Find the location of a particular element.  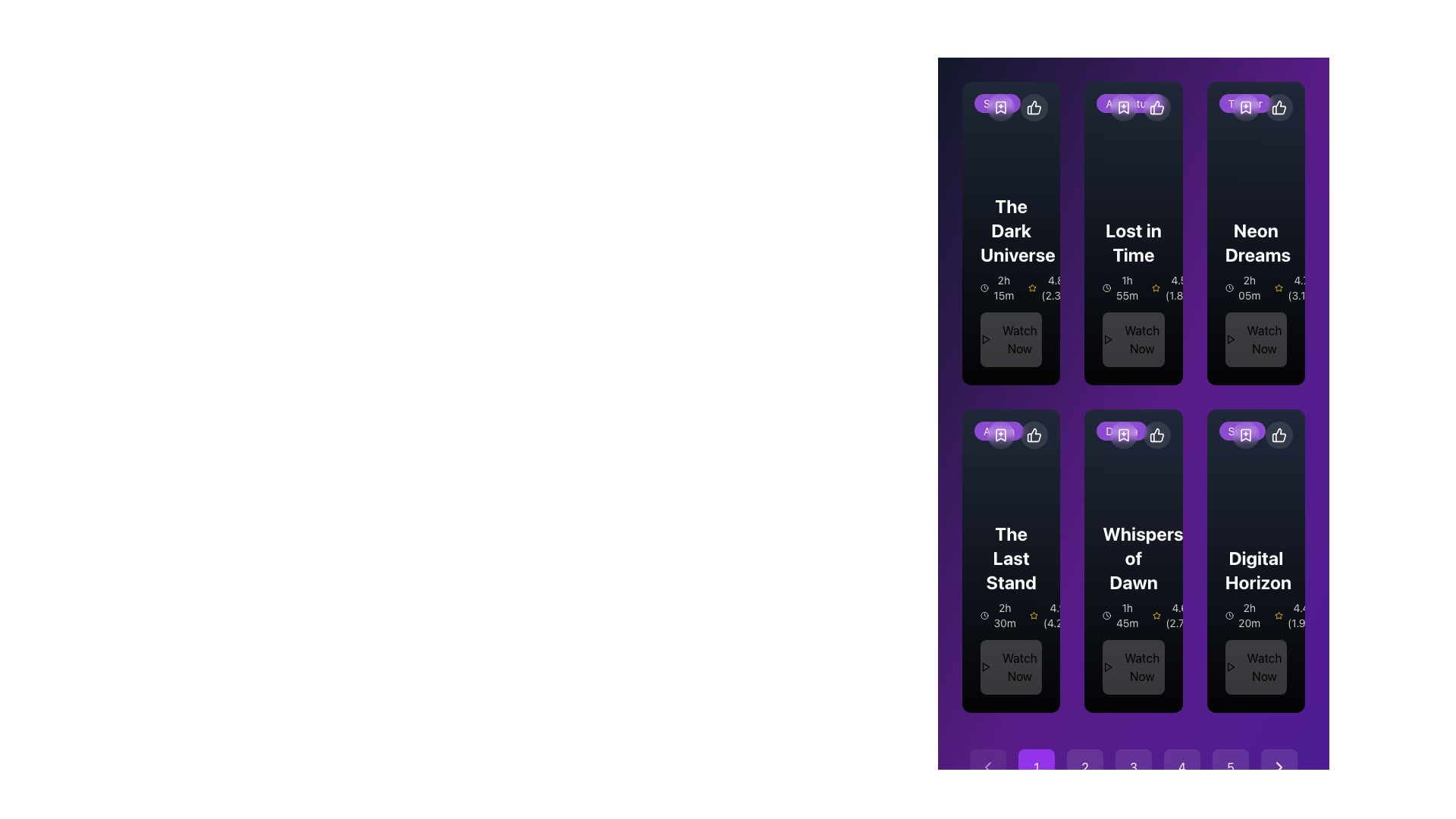

the informational label that displays the duration and rating of the content, located below the title 'Digital Horizon' and above the 'Watch Now' button is located at coordinates (1256, 616).